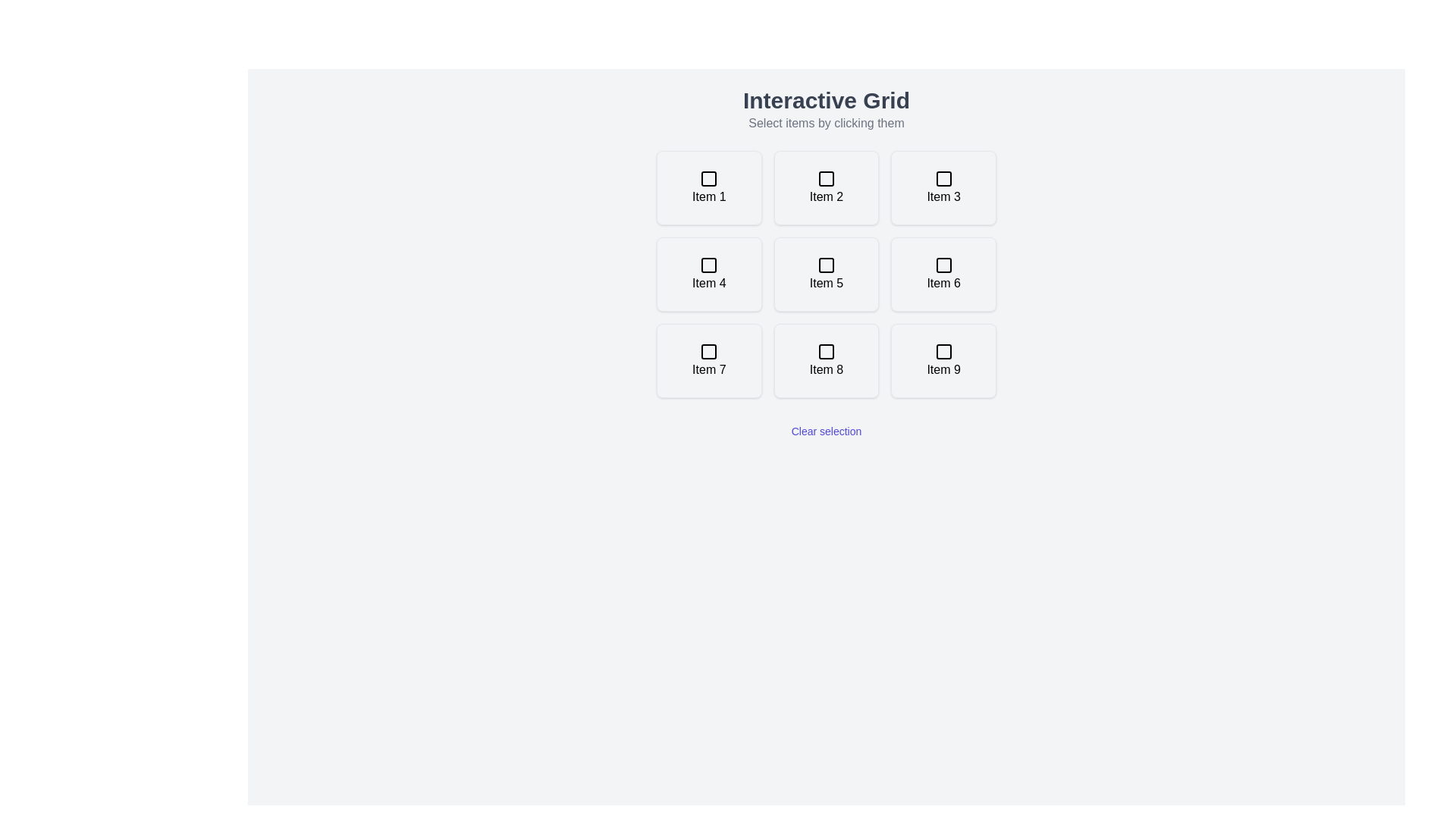 The image size is (1456, 819). I want to click on the graphical highlight component located at the lower-right corner of the 'Item 9' button in a 3x3 grid layout, which features rounded corners and dimensions of 18x18 pixels, so click(943, 351).